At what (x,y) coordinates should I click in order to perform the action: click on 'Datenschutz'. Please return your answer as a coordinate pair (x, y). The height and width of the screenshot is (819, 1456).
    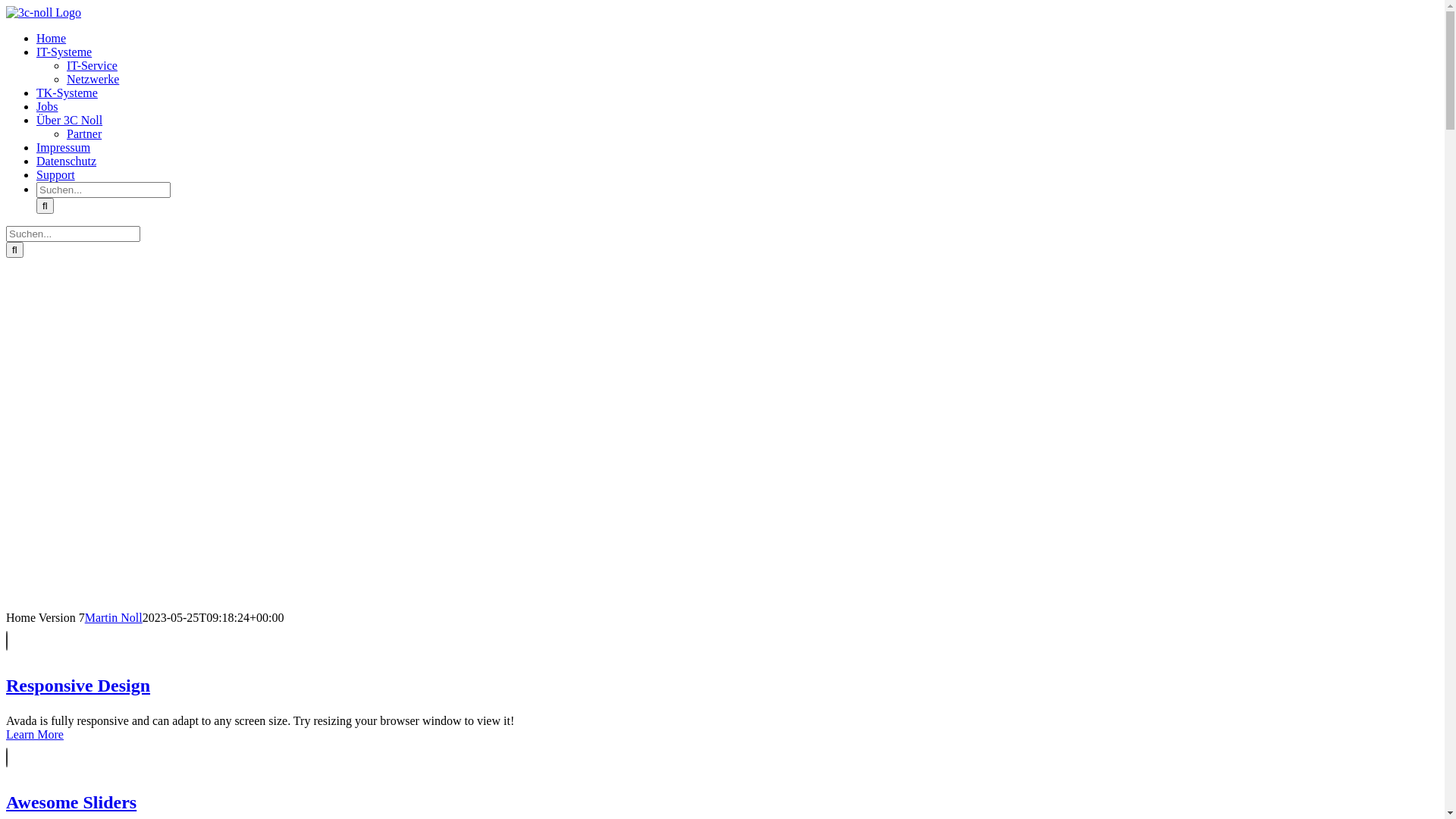
    Looking at the image, I should click on (65, 161).